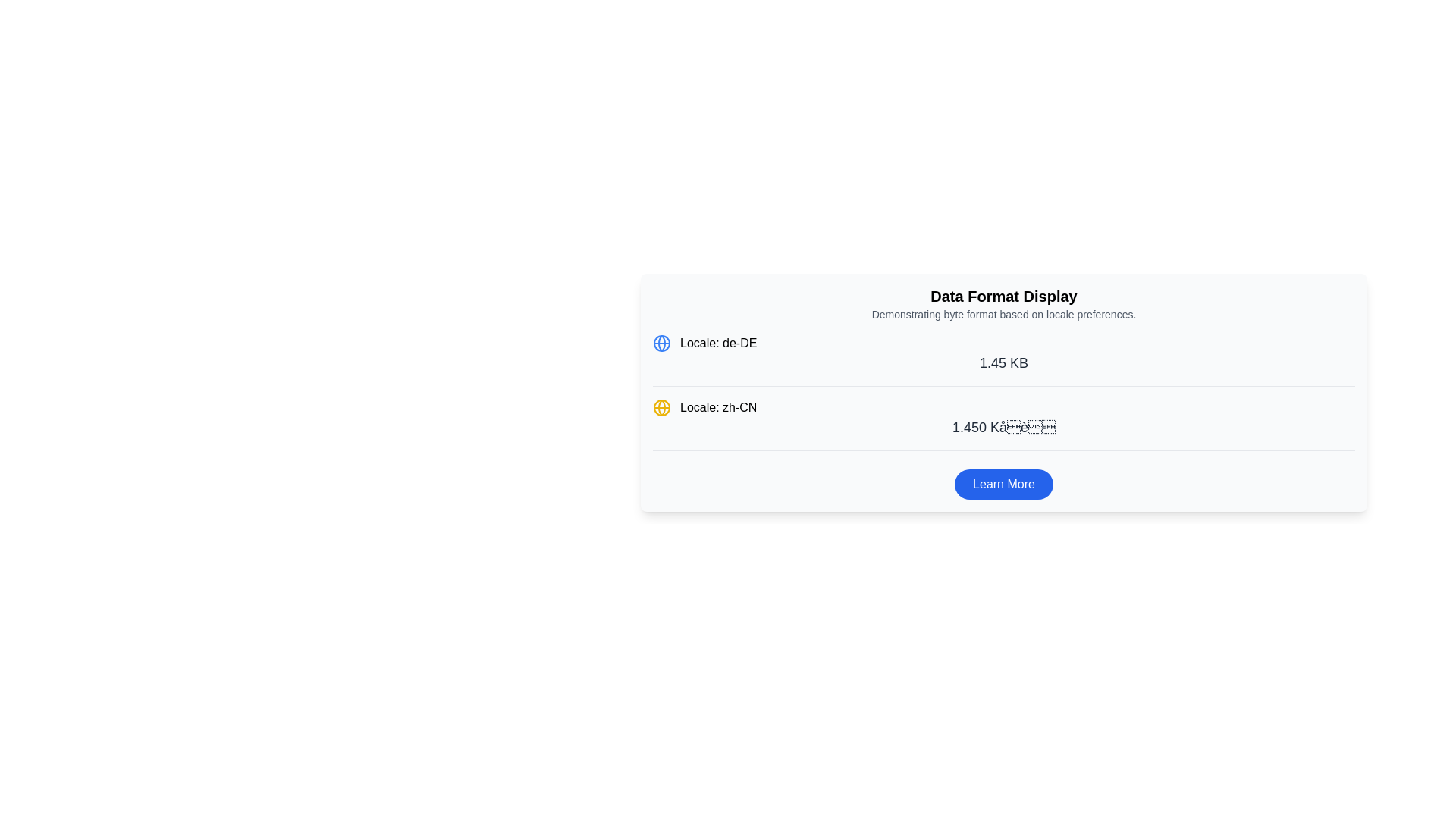  What do you see at coordinates (662, 406) in the screenshot?
I see `the globe-shaped icon, which is the first component in the 'Locale: zh-CN' section, located to the left of the textual label` at bounding box center [662, 406].